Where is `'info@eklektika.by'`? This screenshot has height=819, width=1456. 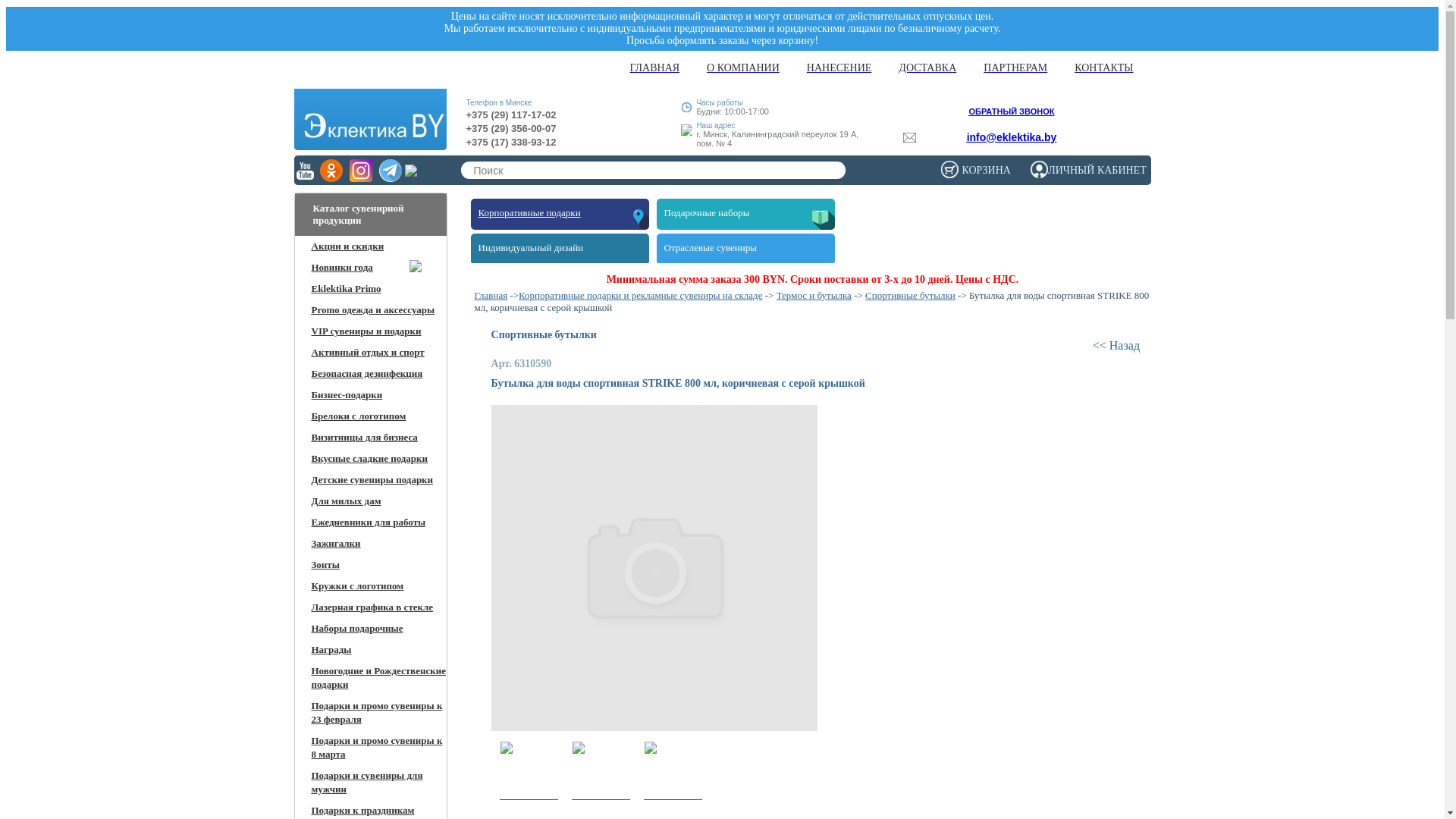
'info@eklektika.by' is located at coordinates (1006, 137).